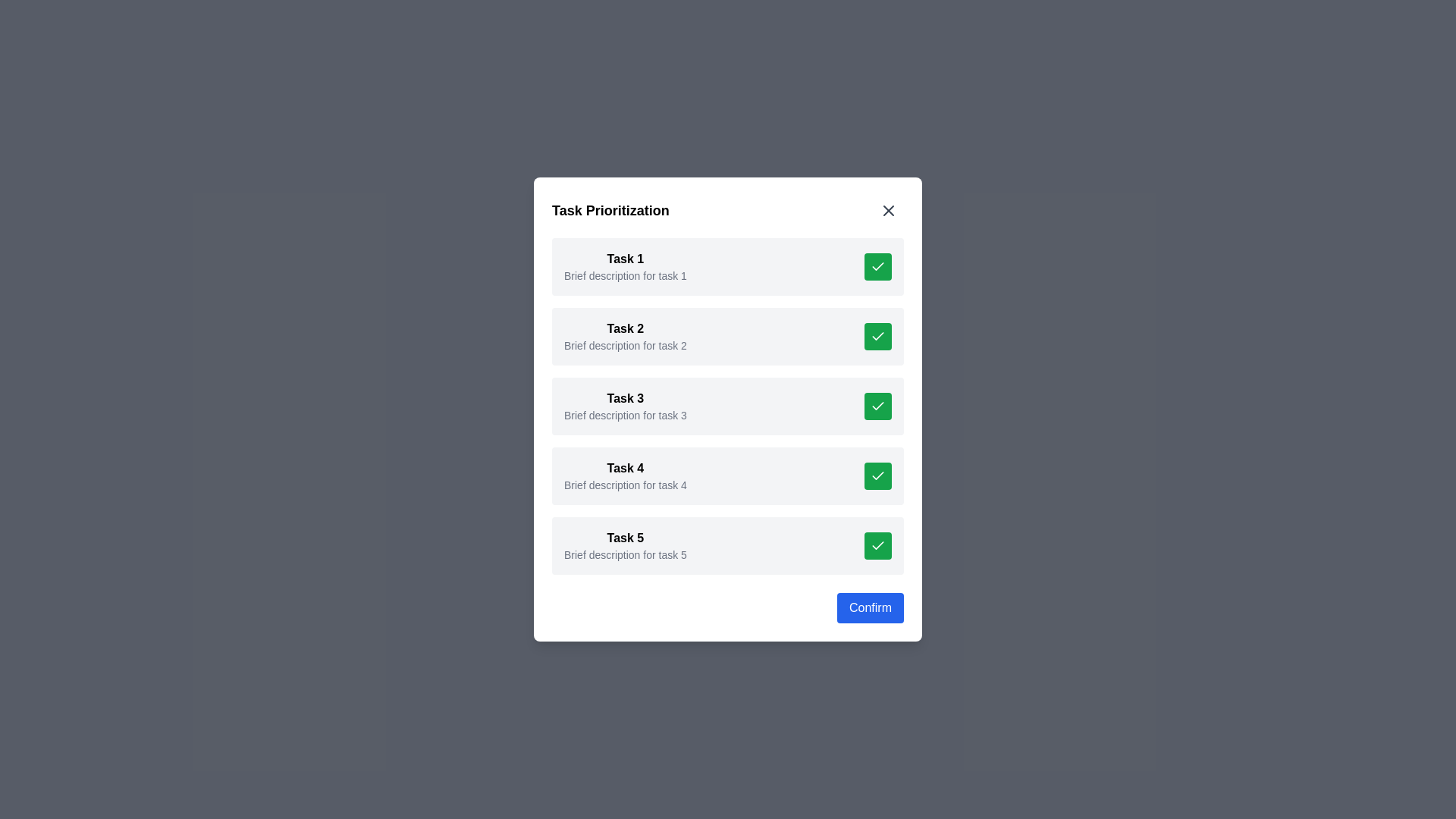  What do you see at coordinates (877, 265) in the screenshot?
I see `the green checkmark icon with a white checkmark symbol, which indicates the completed status of 'Task 1'` at bounding box center [877, 265].